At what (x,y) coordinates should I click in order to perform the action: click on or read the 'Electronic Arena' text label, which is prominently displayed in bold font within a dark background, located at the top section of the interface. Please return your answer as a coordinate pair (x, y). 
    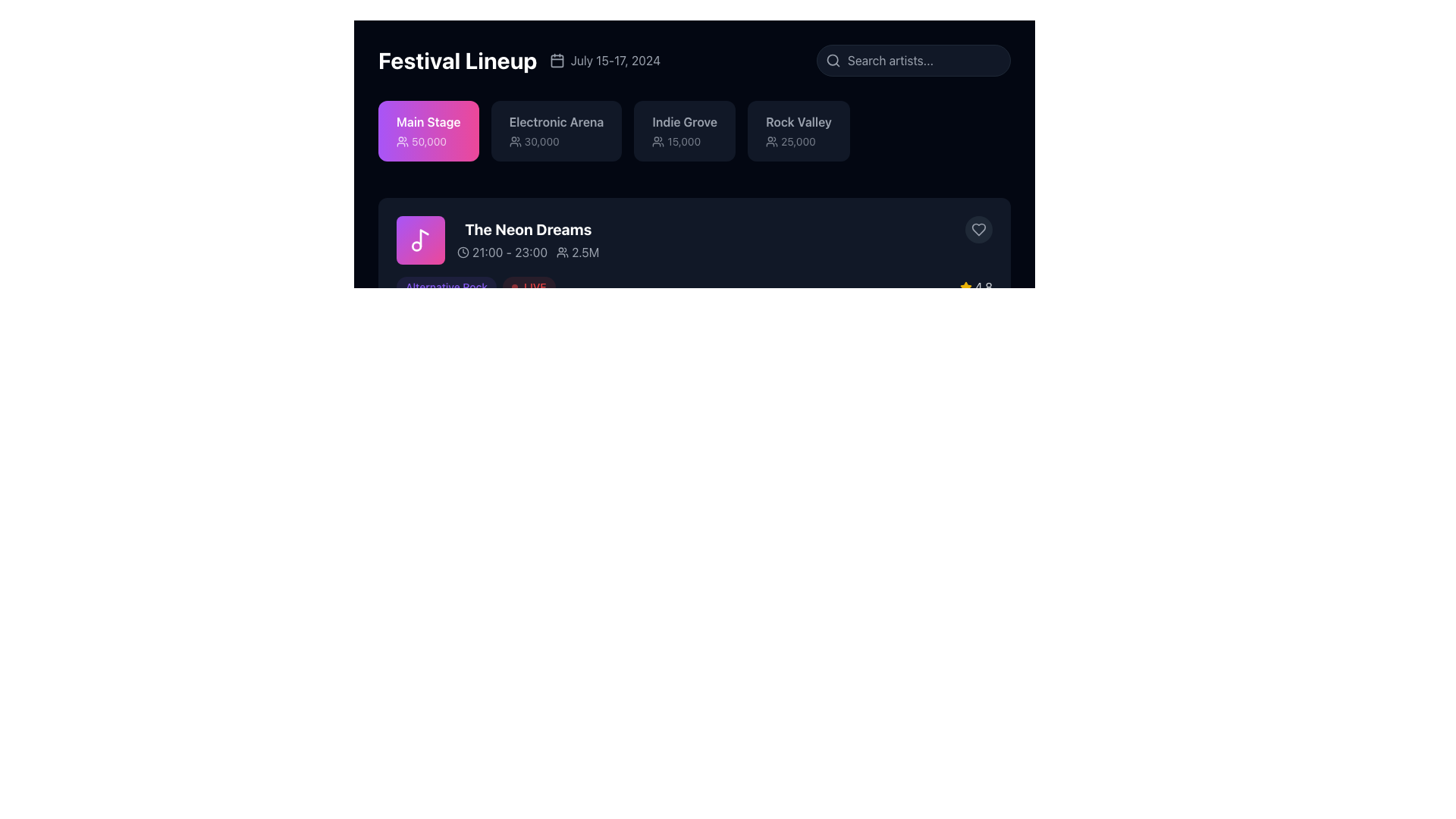
    Looking at the image, I should click on (556, 121).